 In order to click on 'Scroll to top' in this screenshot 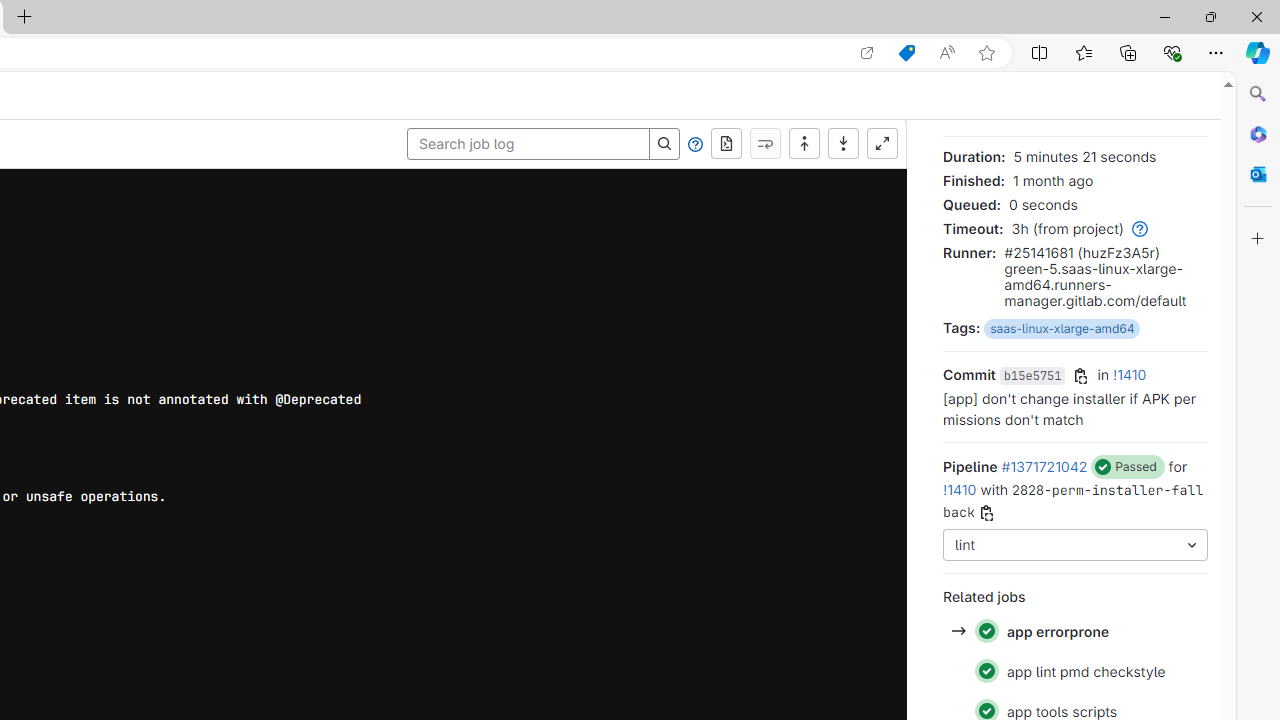, I will do `click(804, 143)`.